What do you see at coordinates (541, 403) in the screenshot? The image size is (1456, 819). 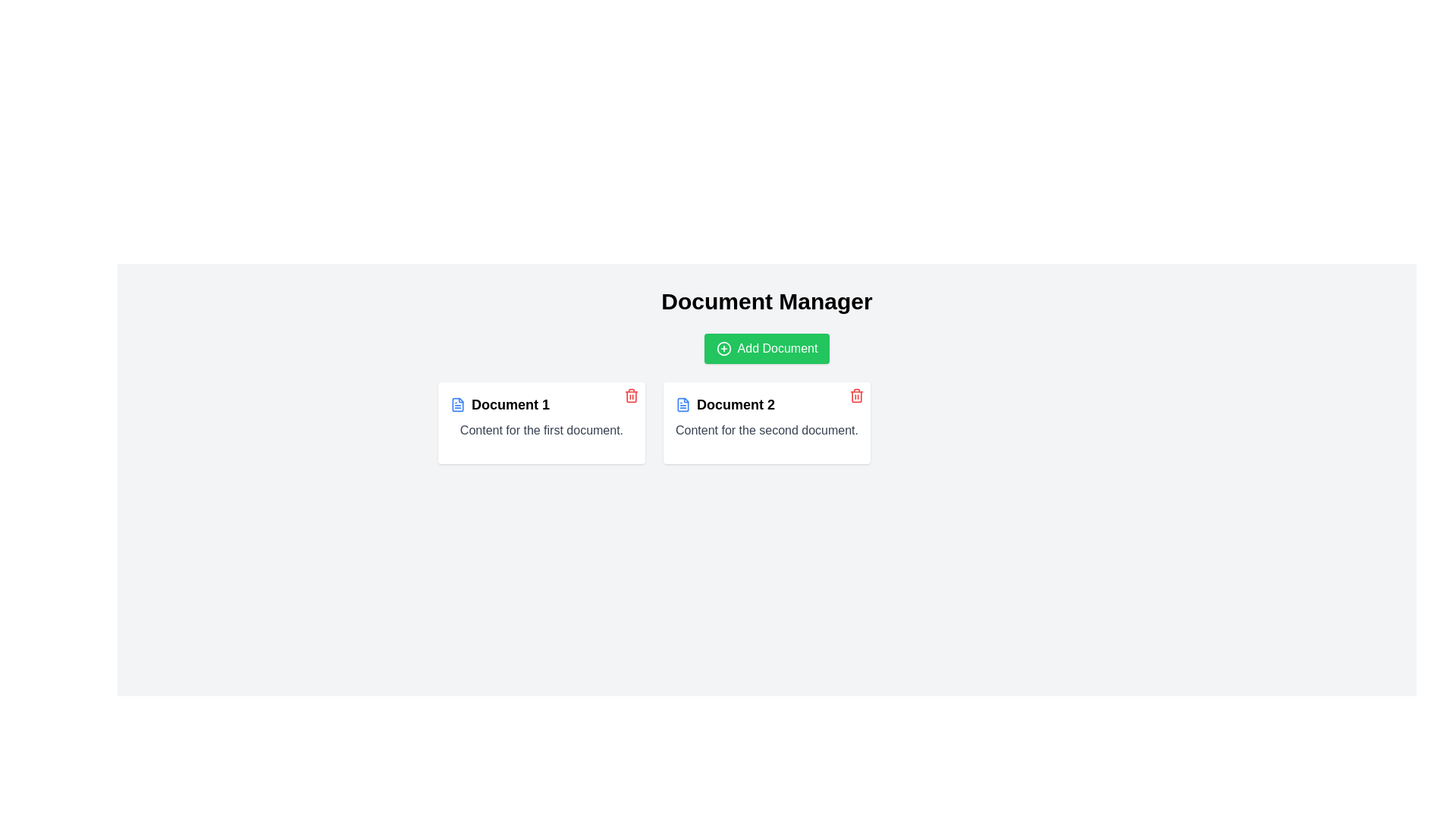 I see `the text content of the label that serves as the title for the document block` at bounding box center [541, 403].